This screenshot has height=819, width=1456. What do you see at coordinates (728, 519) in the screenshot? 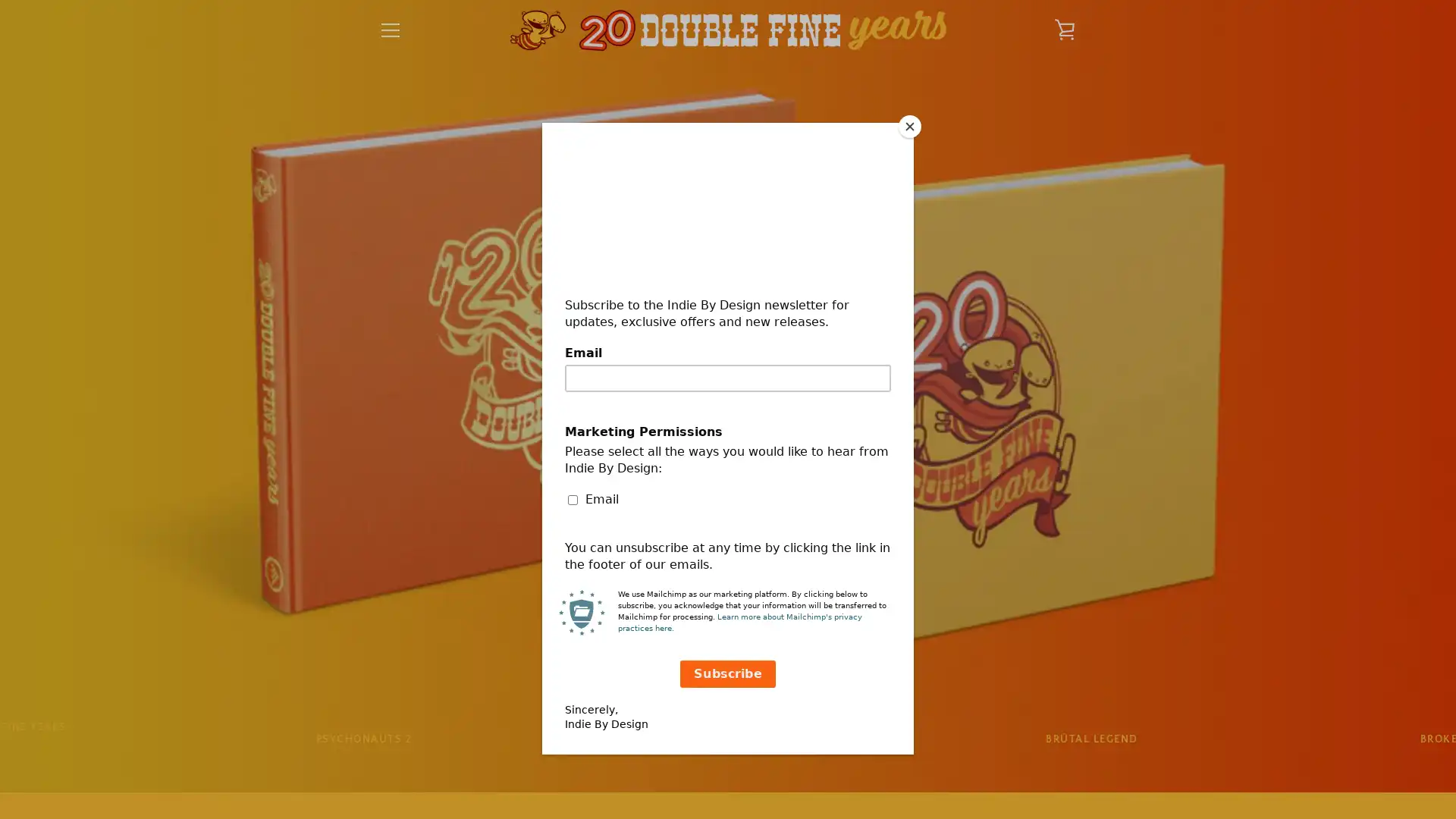
I see `Change shipping country` at bounding box center [728, 519].